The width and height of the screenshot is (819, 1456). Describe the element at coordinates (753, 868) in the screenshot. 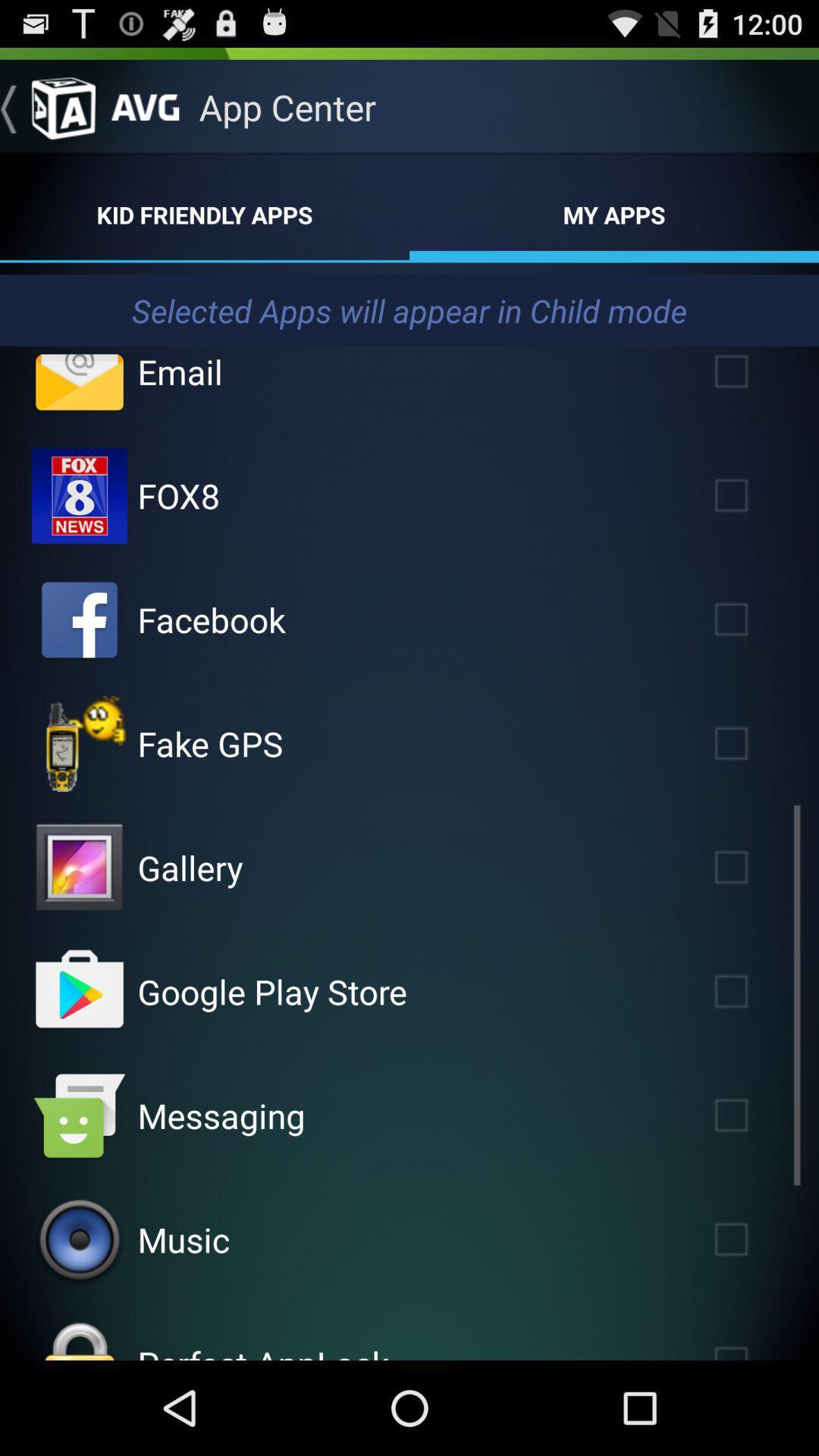

I see `gallery` at that location.